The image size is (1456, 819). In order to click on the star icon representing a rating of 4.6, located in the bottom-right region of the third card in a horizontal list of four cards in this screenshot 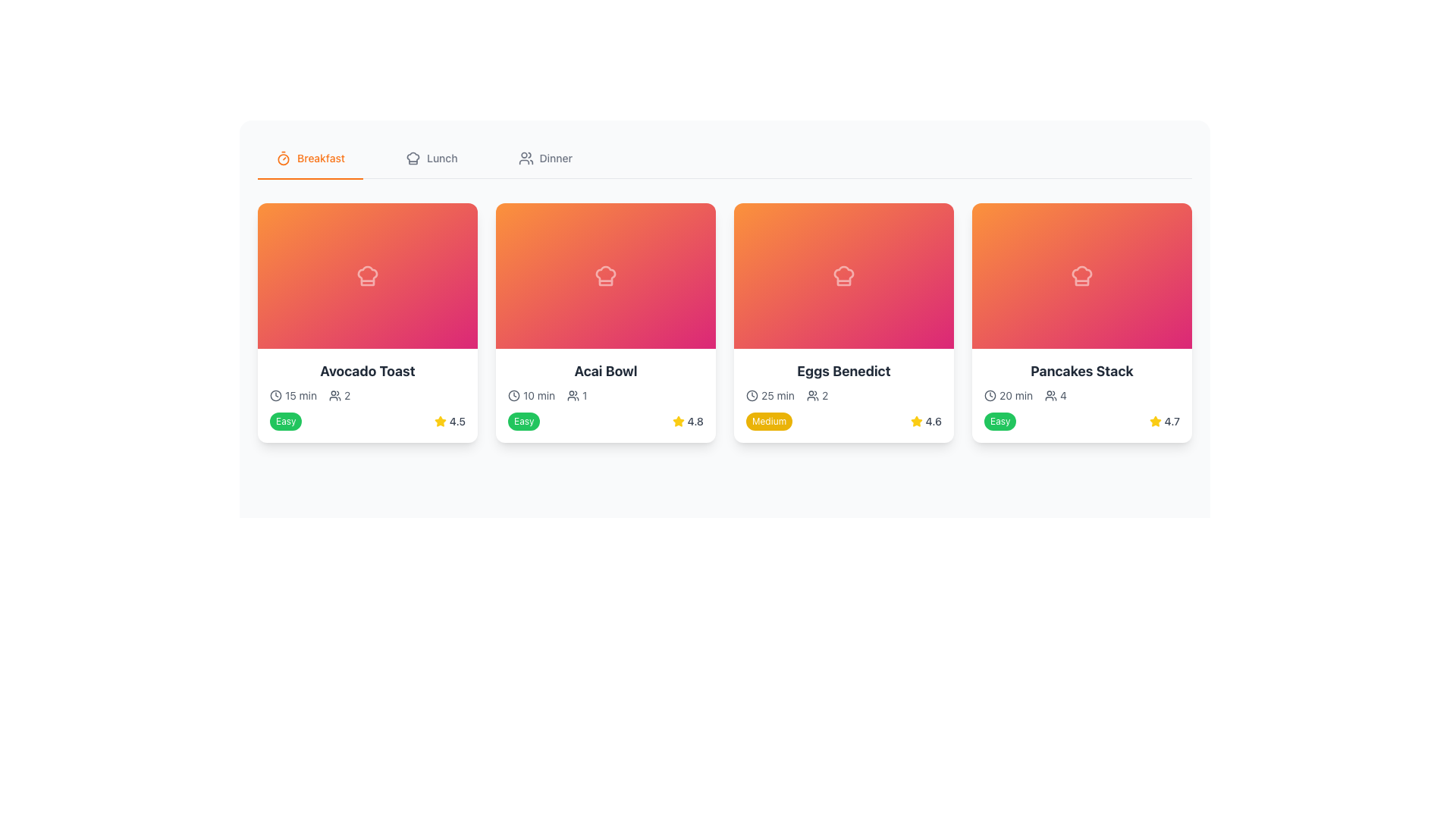, I will do `click(677, 421)`.